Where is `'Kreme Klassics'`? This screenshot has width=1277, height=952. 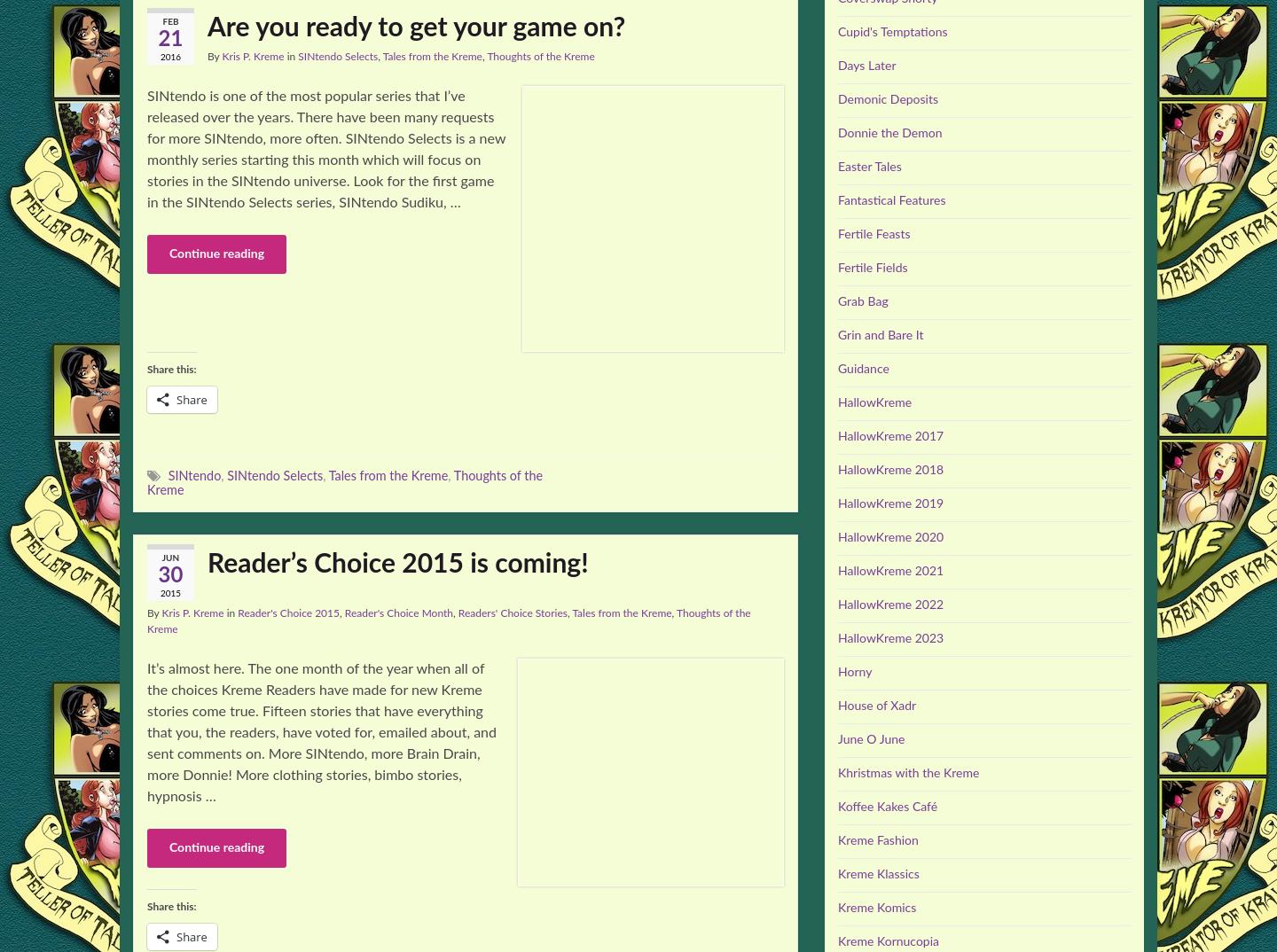
'Kreme Klassics' is located at coordinates (877, 874).